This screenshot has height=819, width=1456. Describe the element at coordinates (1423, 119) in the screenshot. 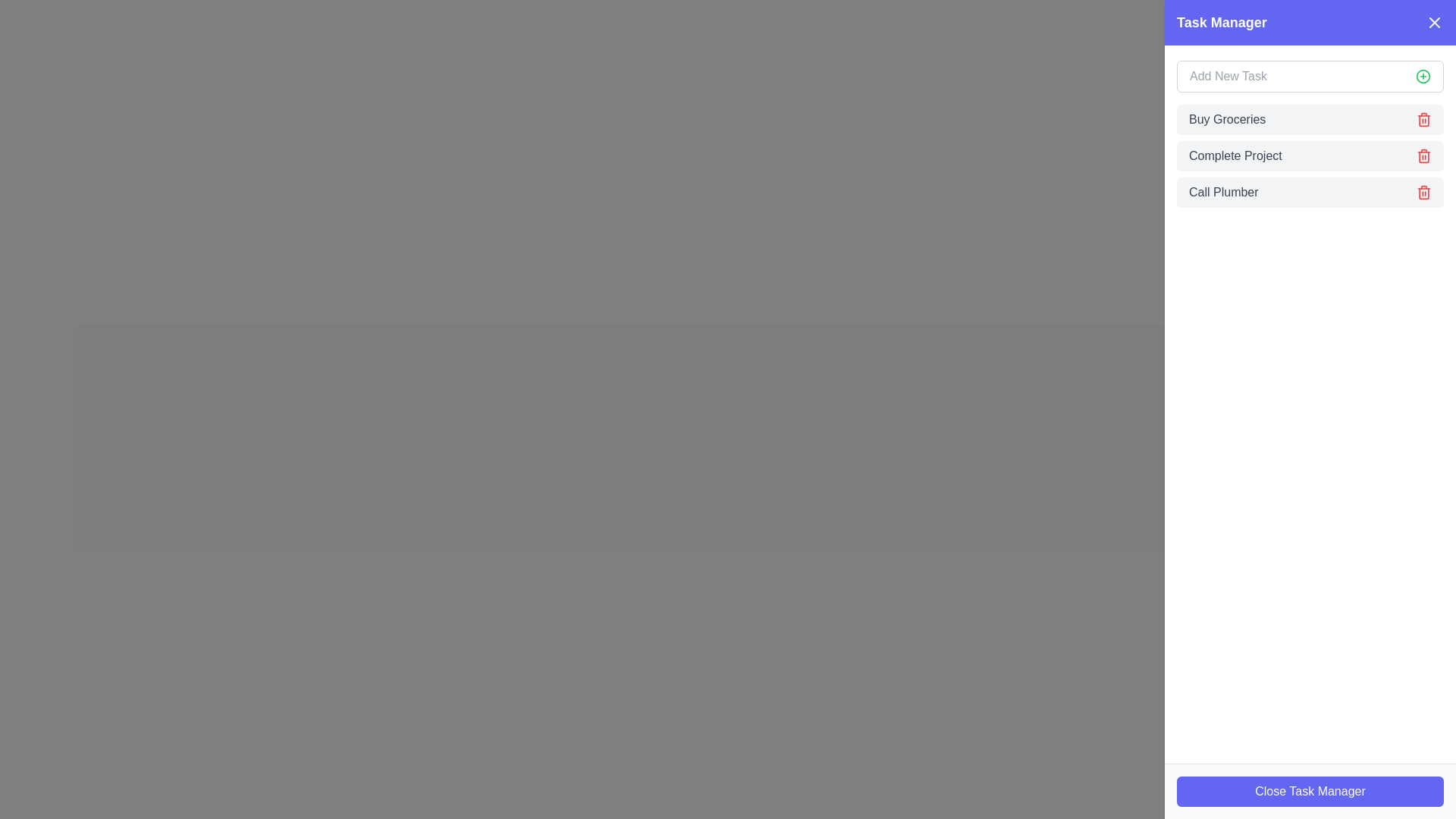

I see `the delete button icon for the task 'Buy Groceries'` at that location.